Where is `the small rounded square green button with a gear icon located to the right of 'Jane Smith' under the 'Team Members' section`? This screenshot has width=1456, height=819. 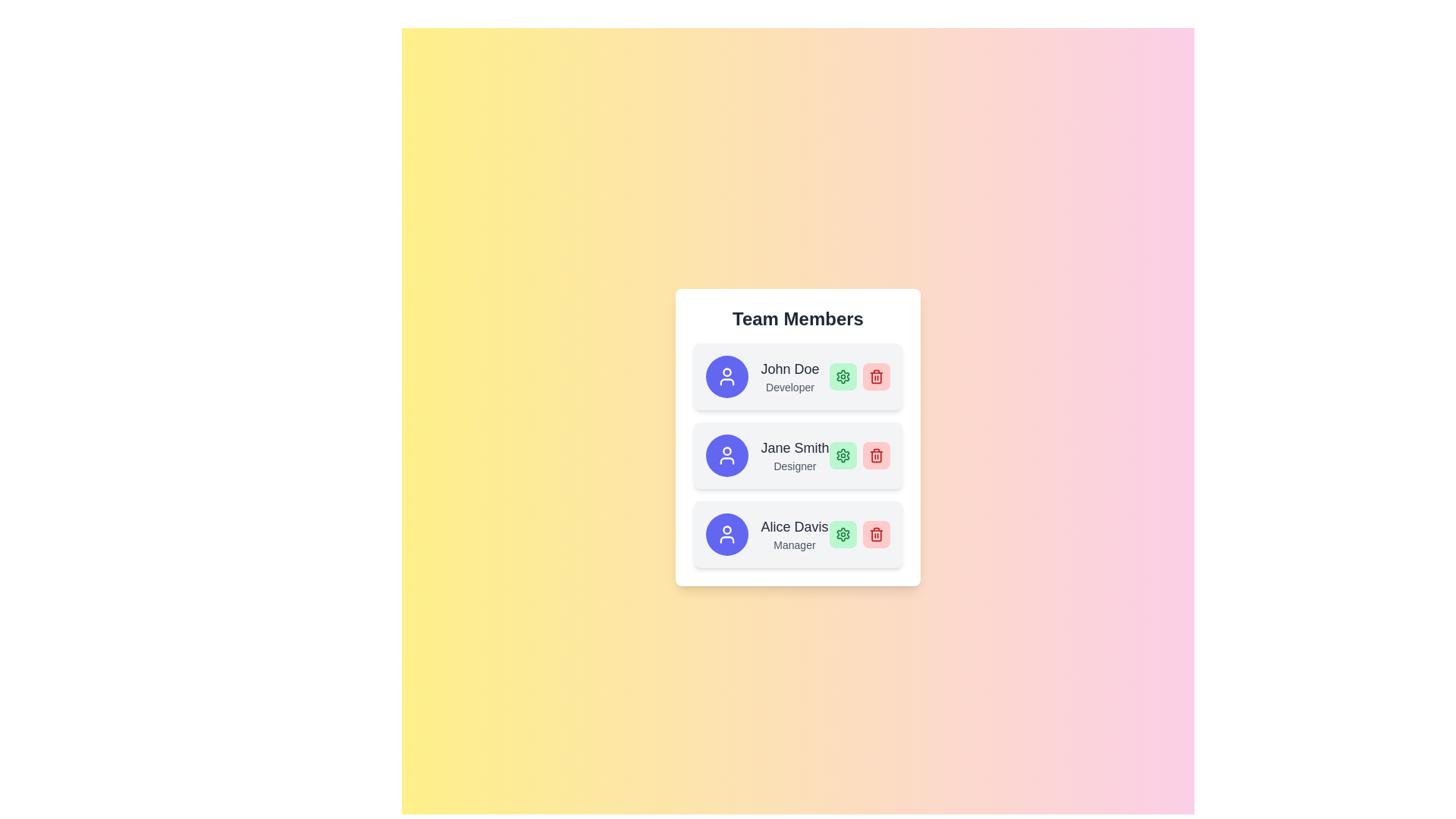
the small rounded square green button with a gear icon located to the right of 'Jane Smith' under the 'Team Members' section is located at coordinates (842, 455).